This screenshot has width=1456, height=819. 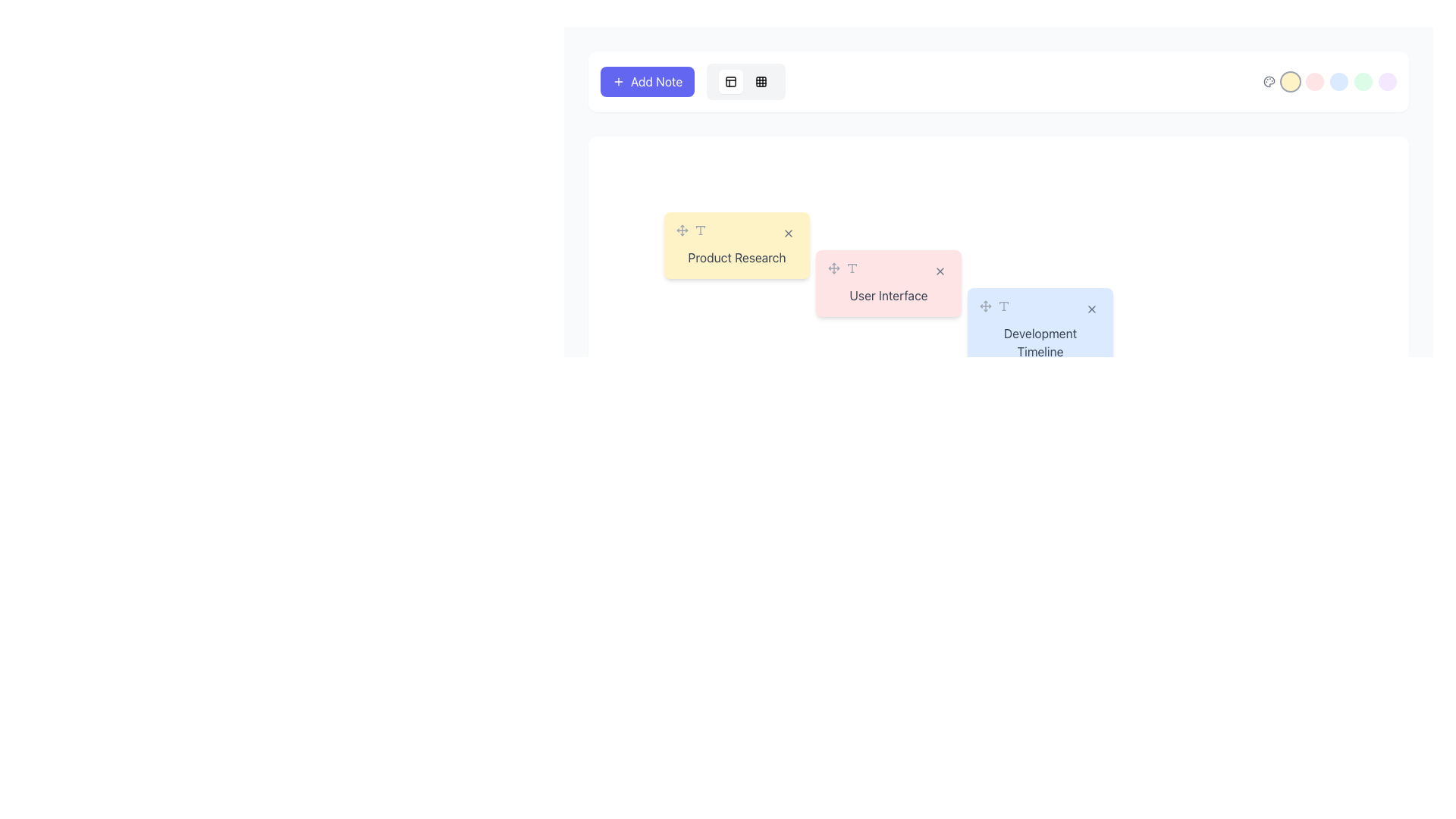 I want to click on the SVG icon representing addition, which is located inside the 'Add Note' button at the top-left corner of the interface, so click(x=619, y=82).